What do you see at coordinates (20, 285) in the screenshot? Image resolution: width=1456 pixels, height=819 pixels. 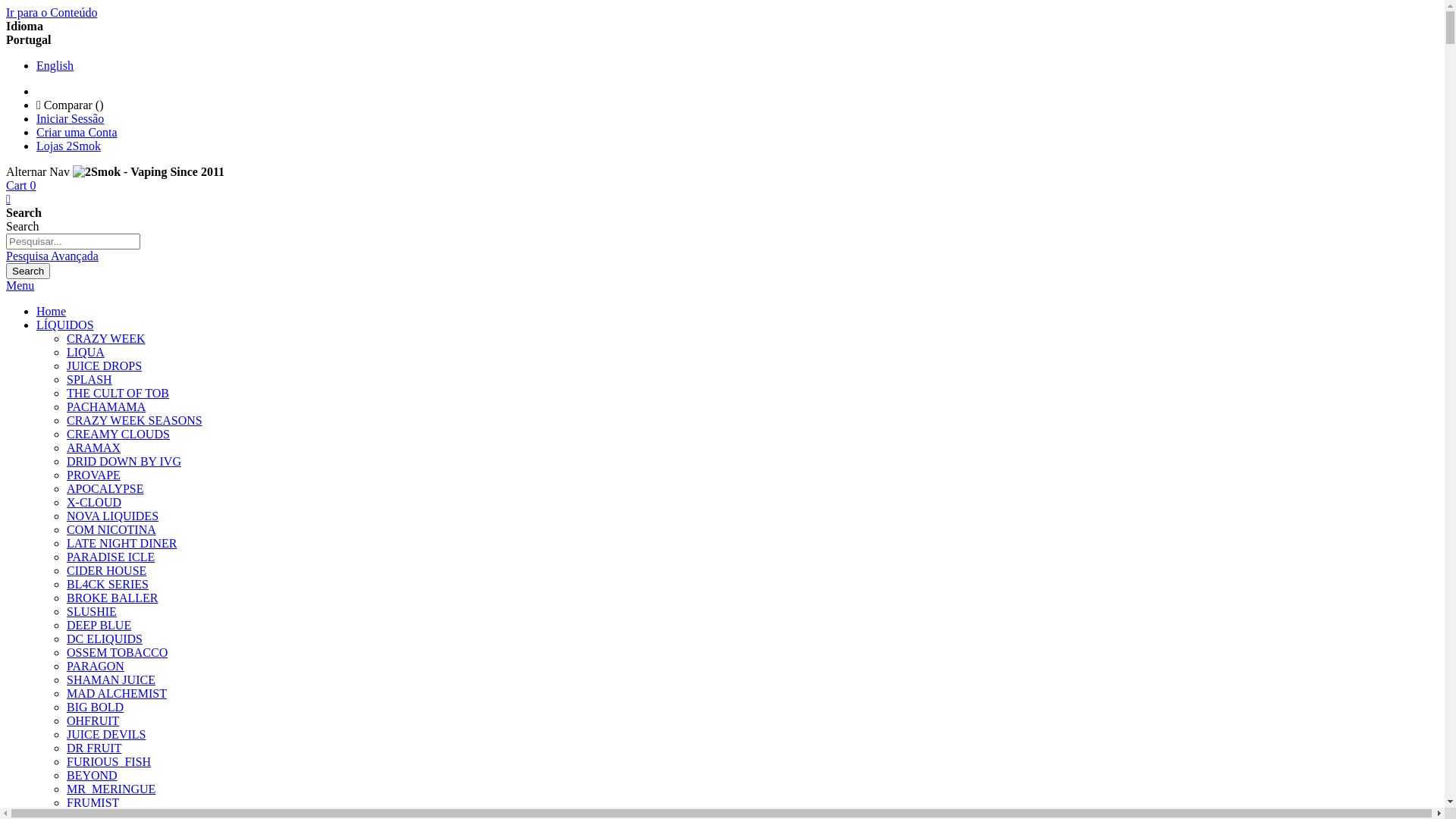 I see `'Menu'` at bounding box center [20, 285].